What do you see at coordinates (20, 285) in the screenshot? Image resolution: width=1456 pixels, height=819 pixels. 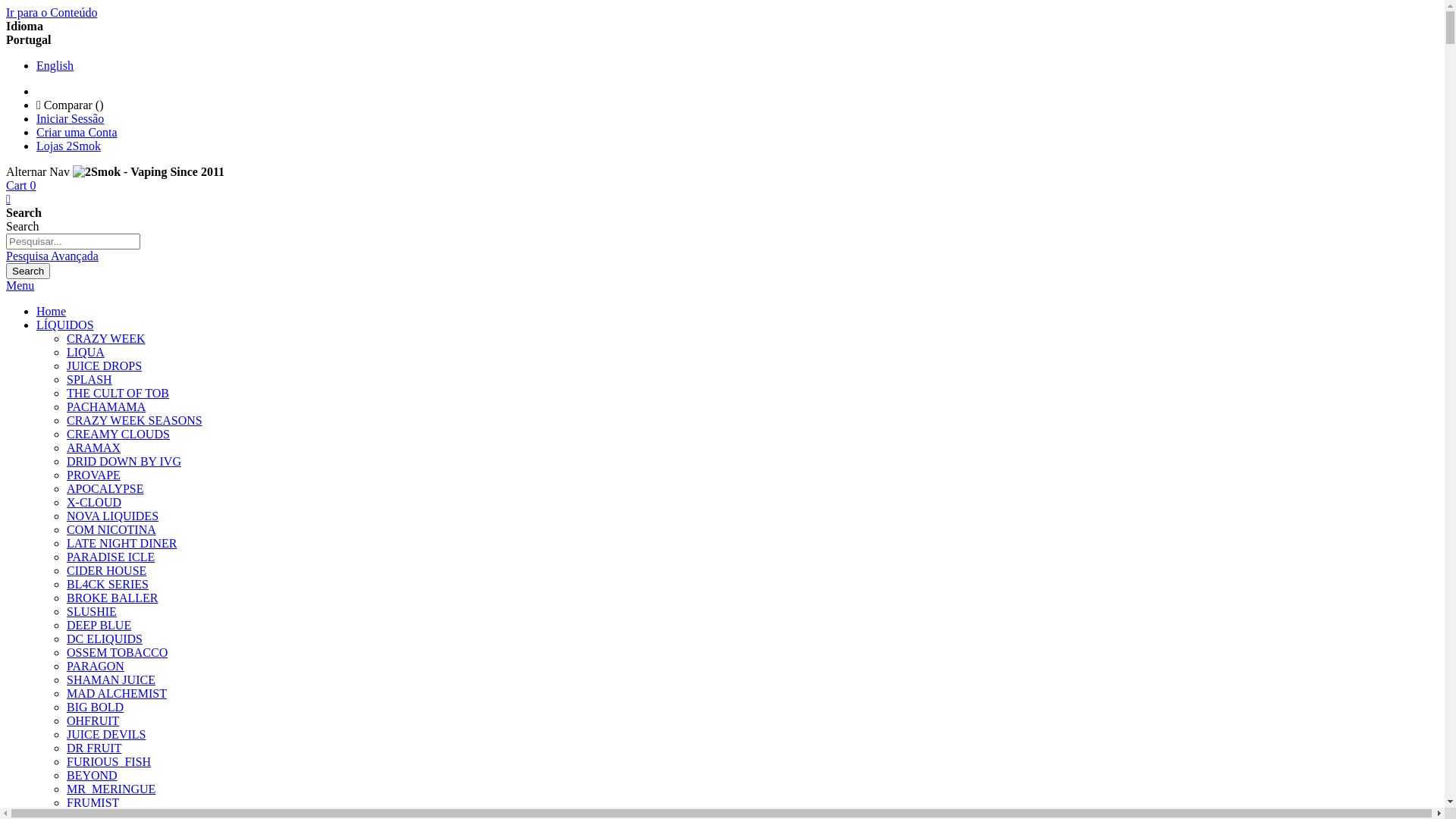 I see `'Menu'` at bounding box center [20, 285].